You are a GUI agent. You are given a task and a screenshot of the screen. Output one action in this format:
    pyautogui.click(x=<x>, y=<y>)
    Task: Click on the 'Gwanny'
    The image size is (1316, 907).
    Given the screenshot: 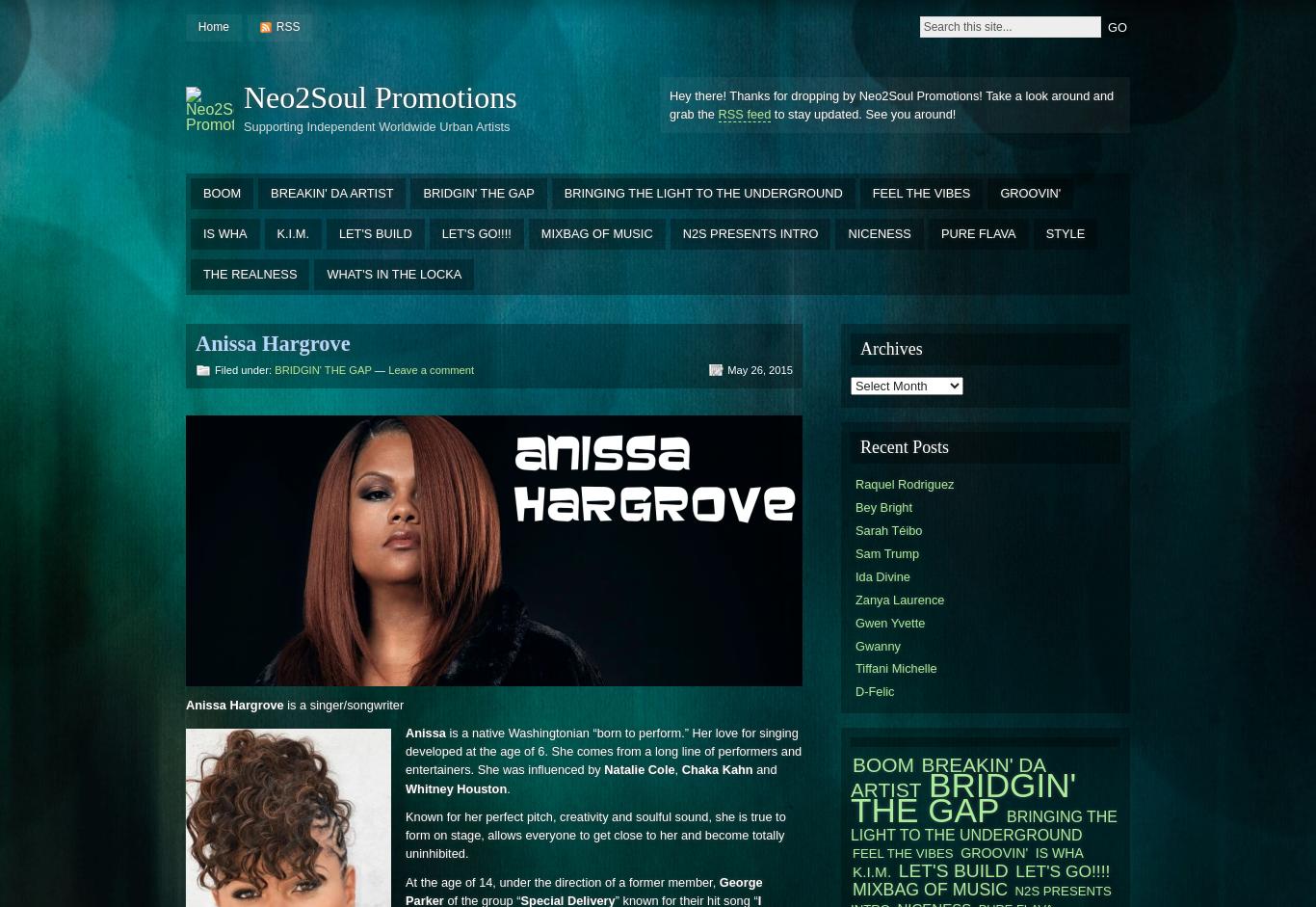 What is the action you would take?
    pyautogui.click(x=855, y=644)
    